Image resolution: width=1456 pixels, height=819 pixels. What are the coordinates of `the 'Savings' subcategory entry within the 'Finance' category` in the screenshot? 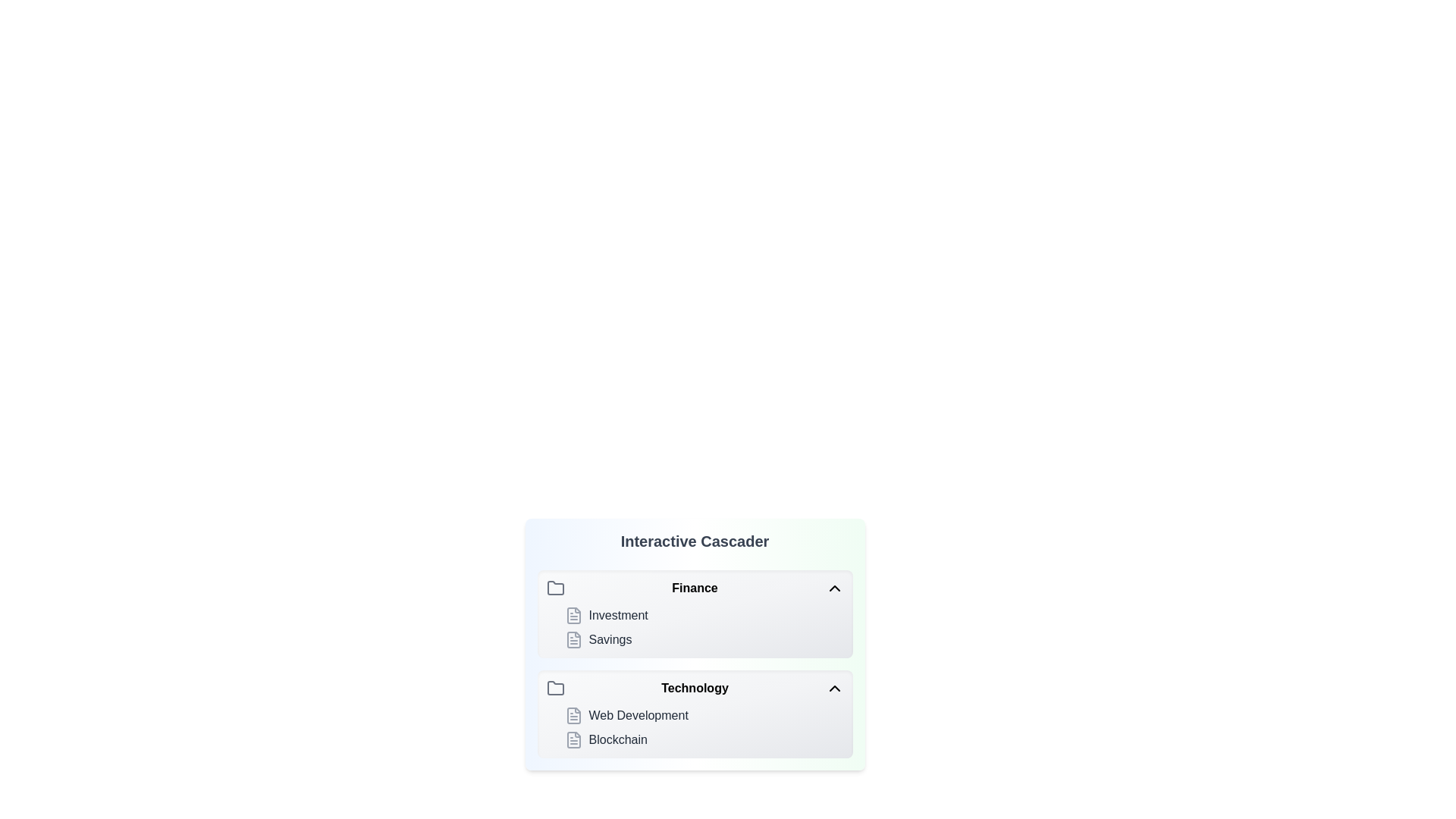 It's located at (703, 640).